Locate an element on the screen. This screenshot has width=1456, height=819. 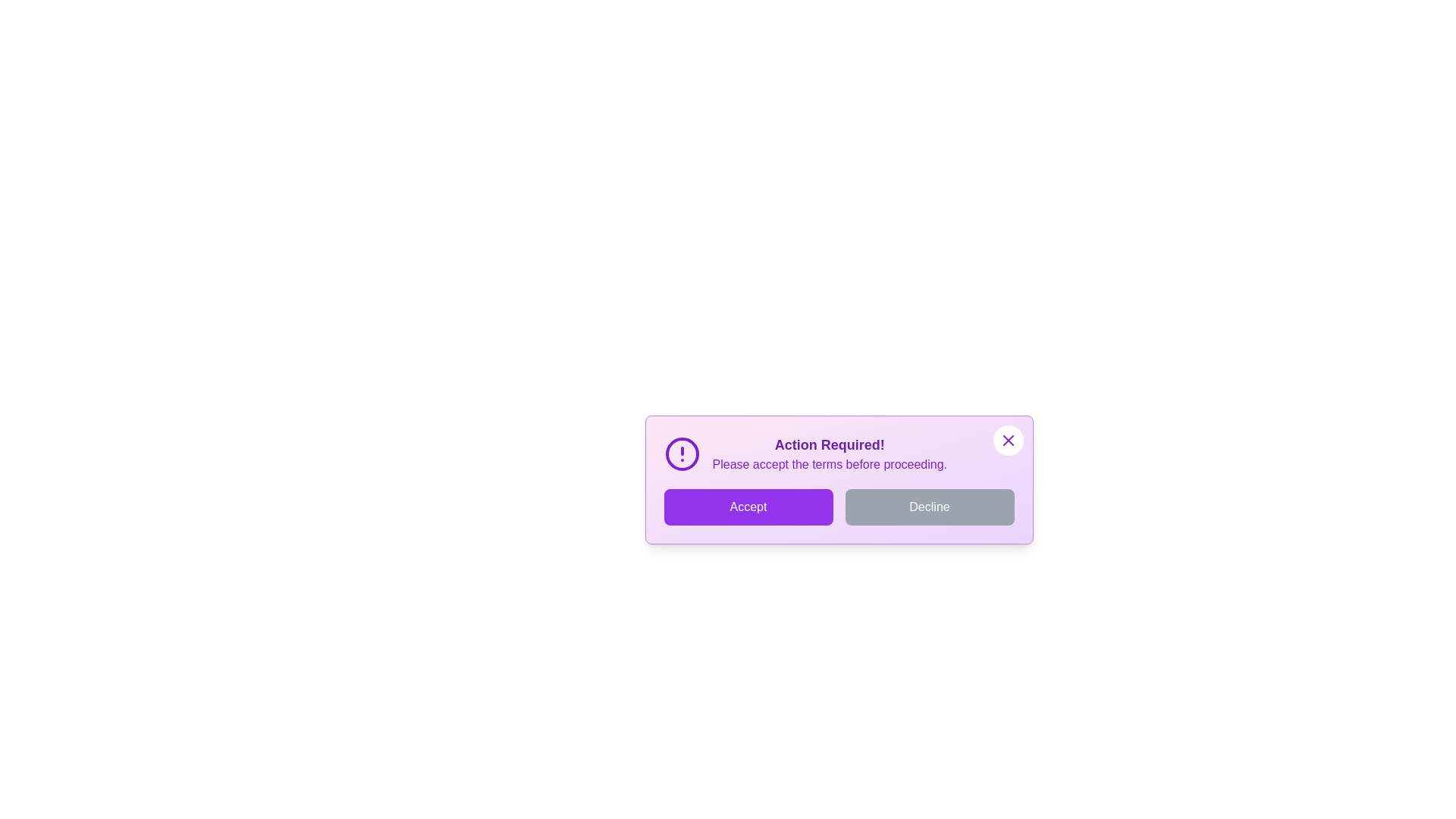
the 'Decline' button is located at coordinates (928, 507).